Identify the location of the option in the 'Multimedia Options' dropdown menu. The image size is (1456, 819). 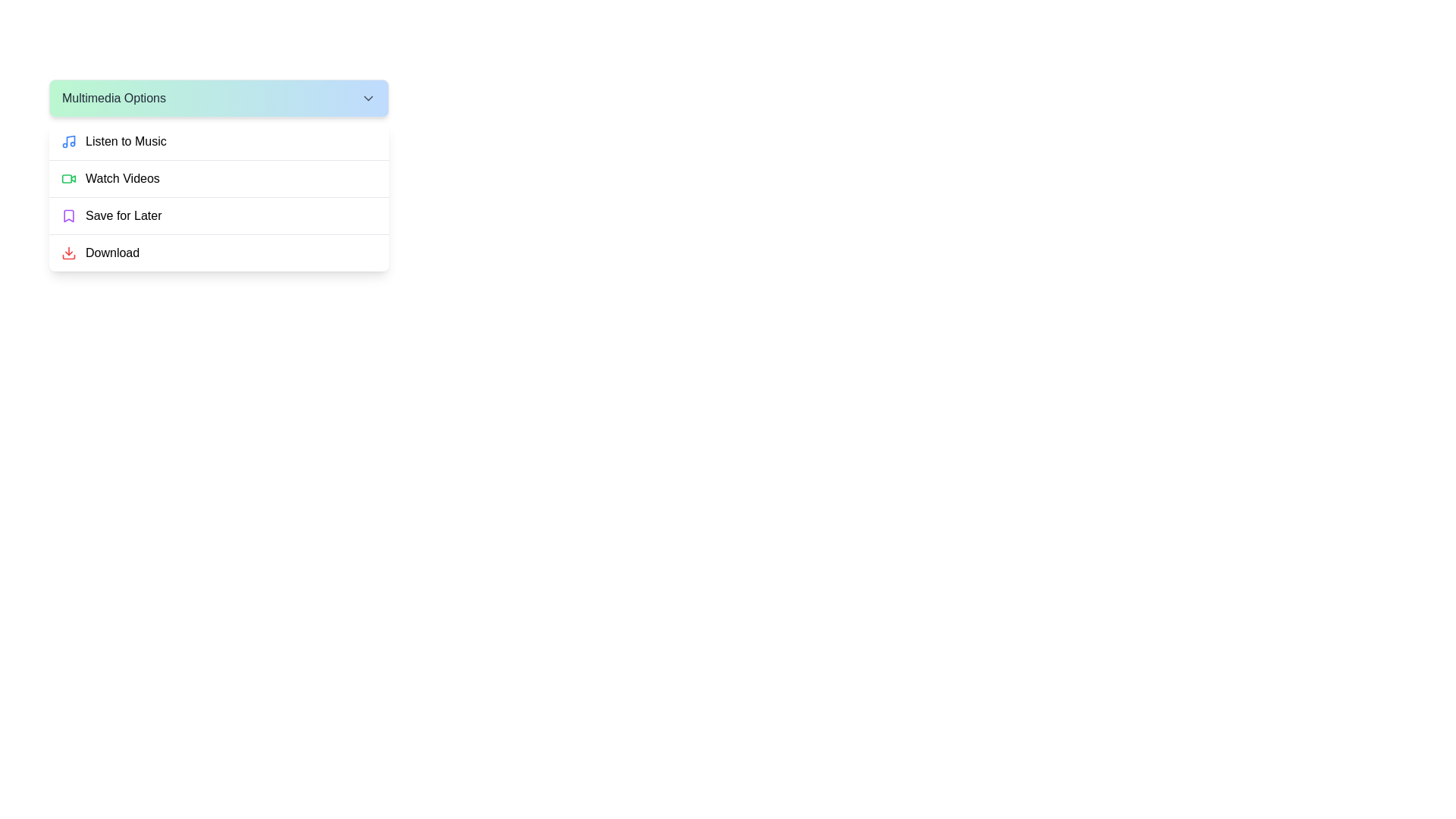
(218, 196).